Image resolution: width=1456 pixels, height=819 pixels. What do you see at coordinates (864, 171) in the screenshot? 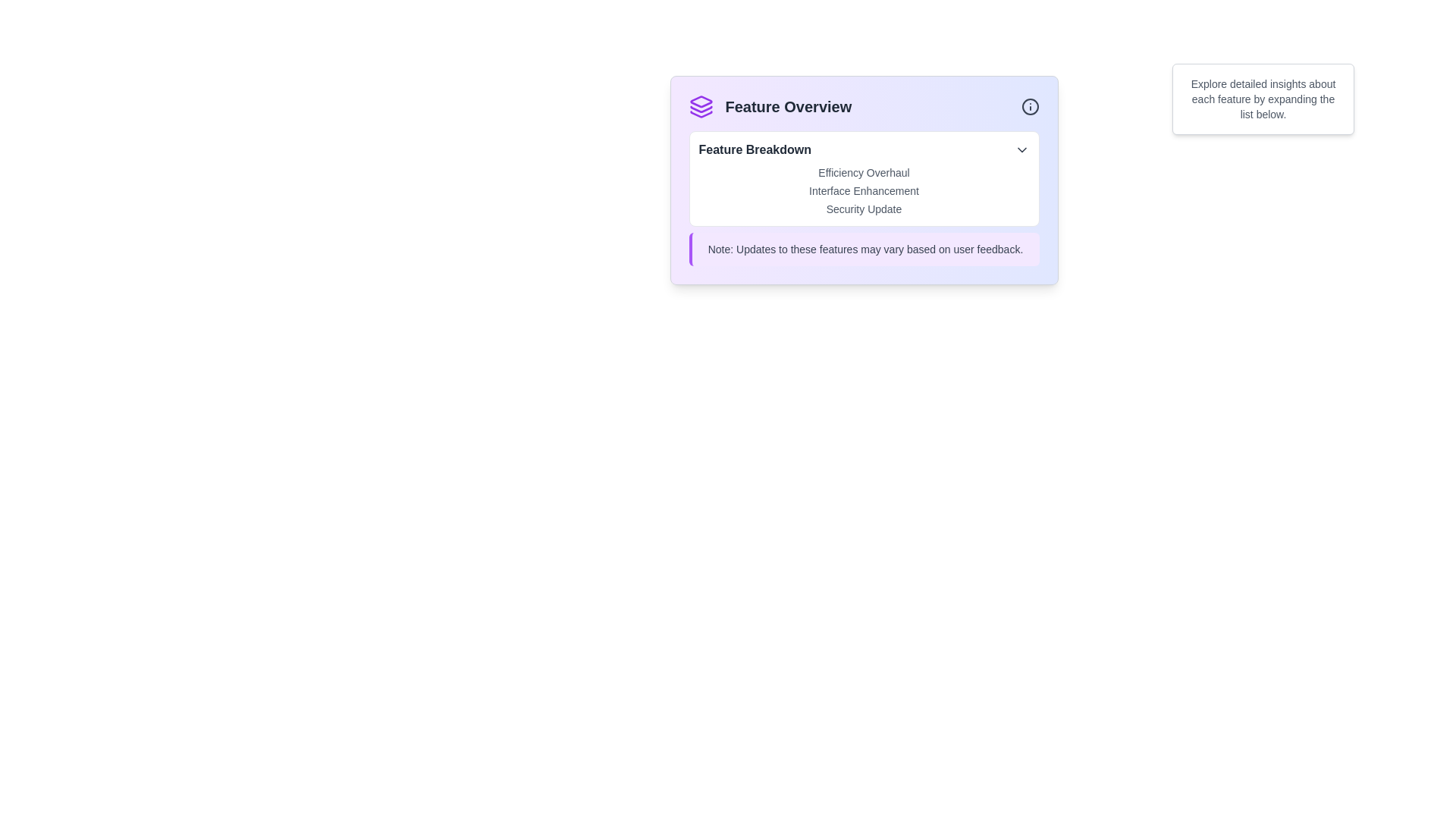
I see `text content of the first item in the vertically-aligned list under the heading 'Feature Breakdown' in the 'Feature Overview' panel` at bounding box center [864, 171].